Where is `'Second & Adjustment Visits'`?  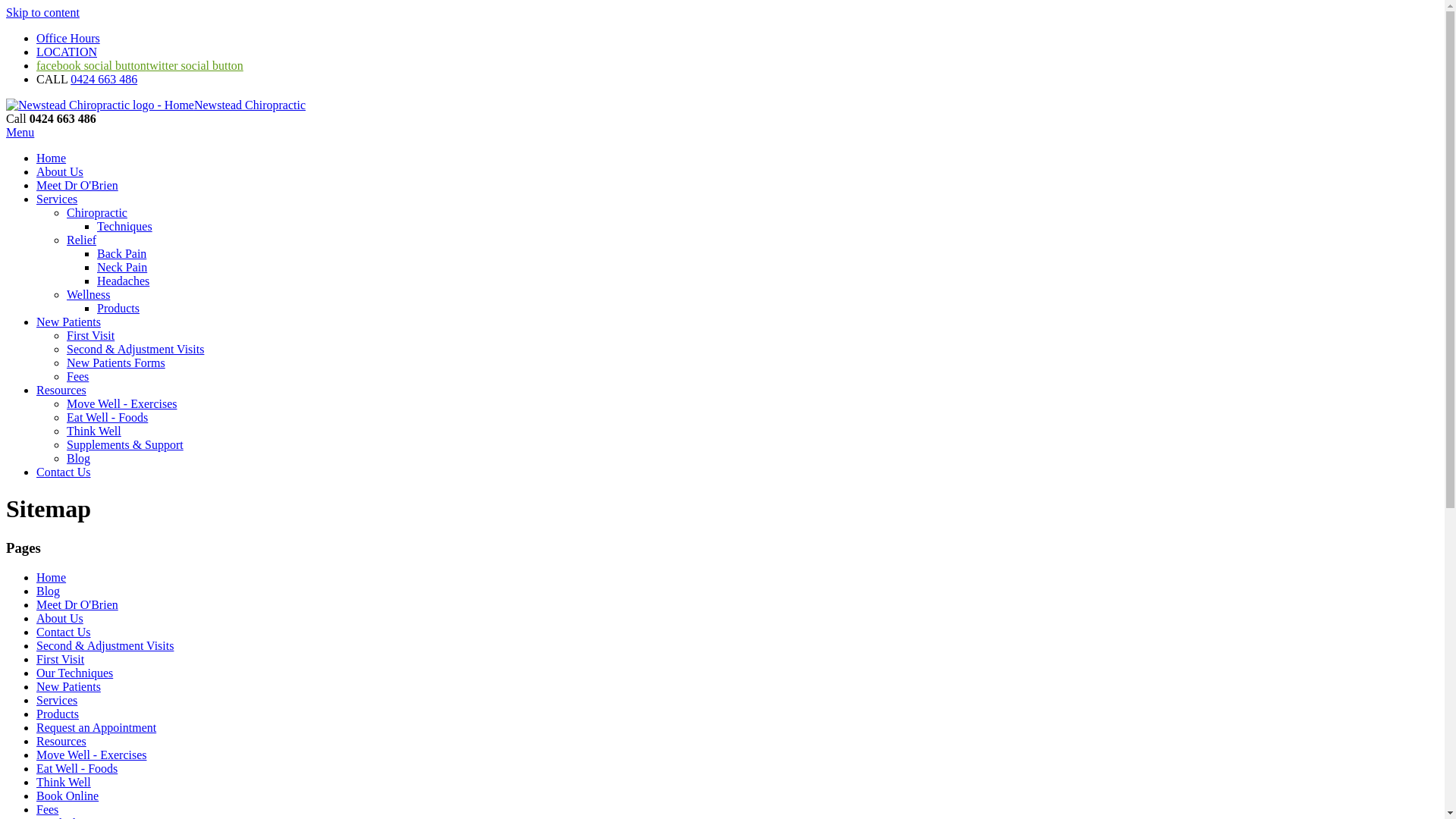 'Second & Adjustment Visits' is located at coordinates (135, 349).